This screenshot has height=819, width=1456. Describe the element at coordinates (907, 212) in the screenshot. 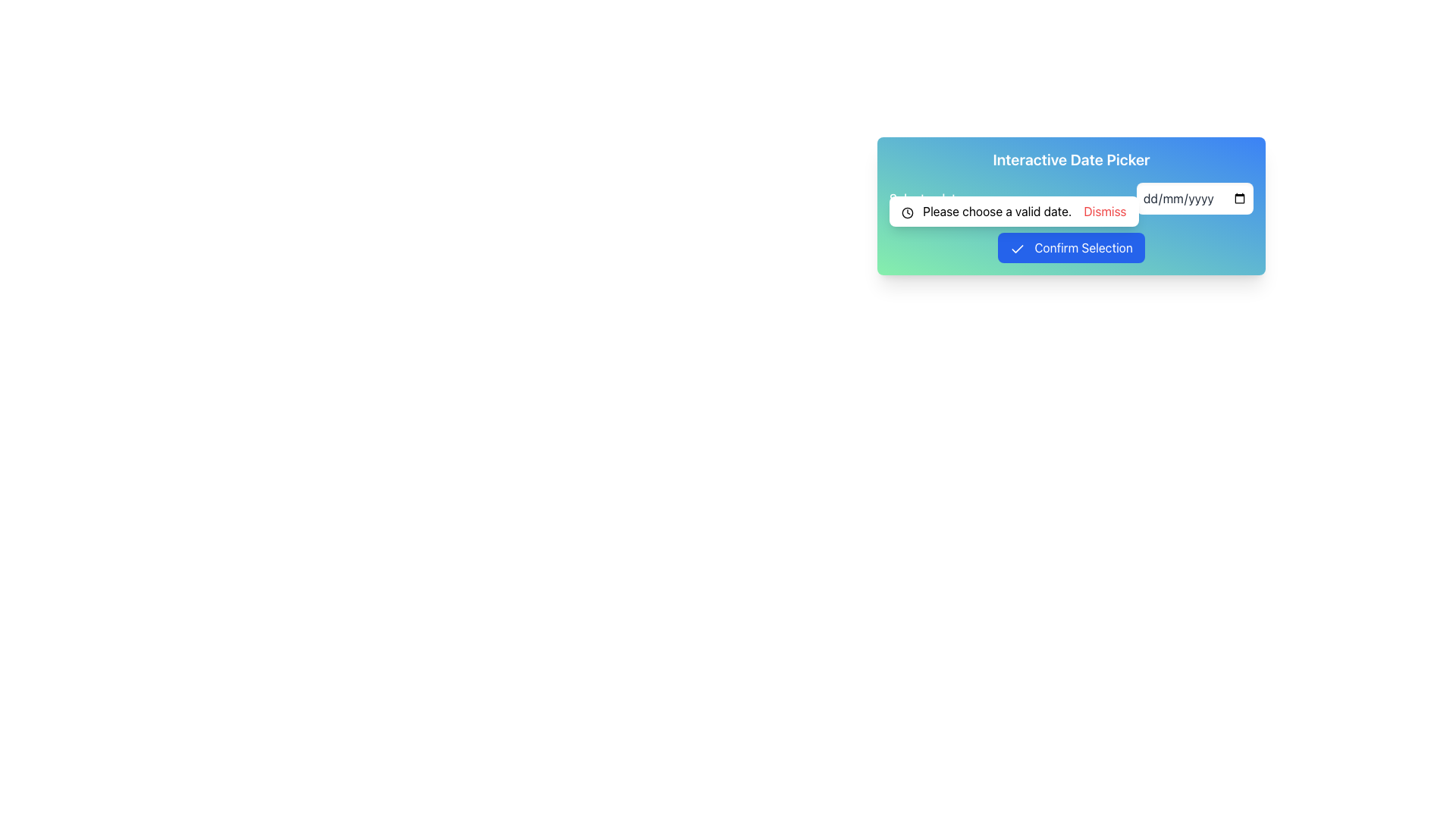

I see `the circular outline of the clock icon, which is part of the clock SVG, located to the left of the error message 'Please choose a valid date.'` at that location.